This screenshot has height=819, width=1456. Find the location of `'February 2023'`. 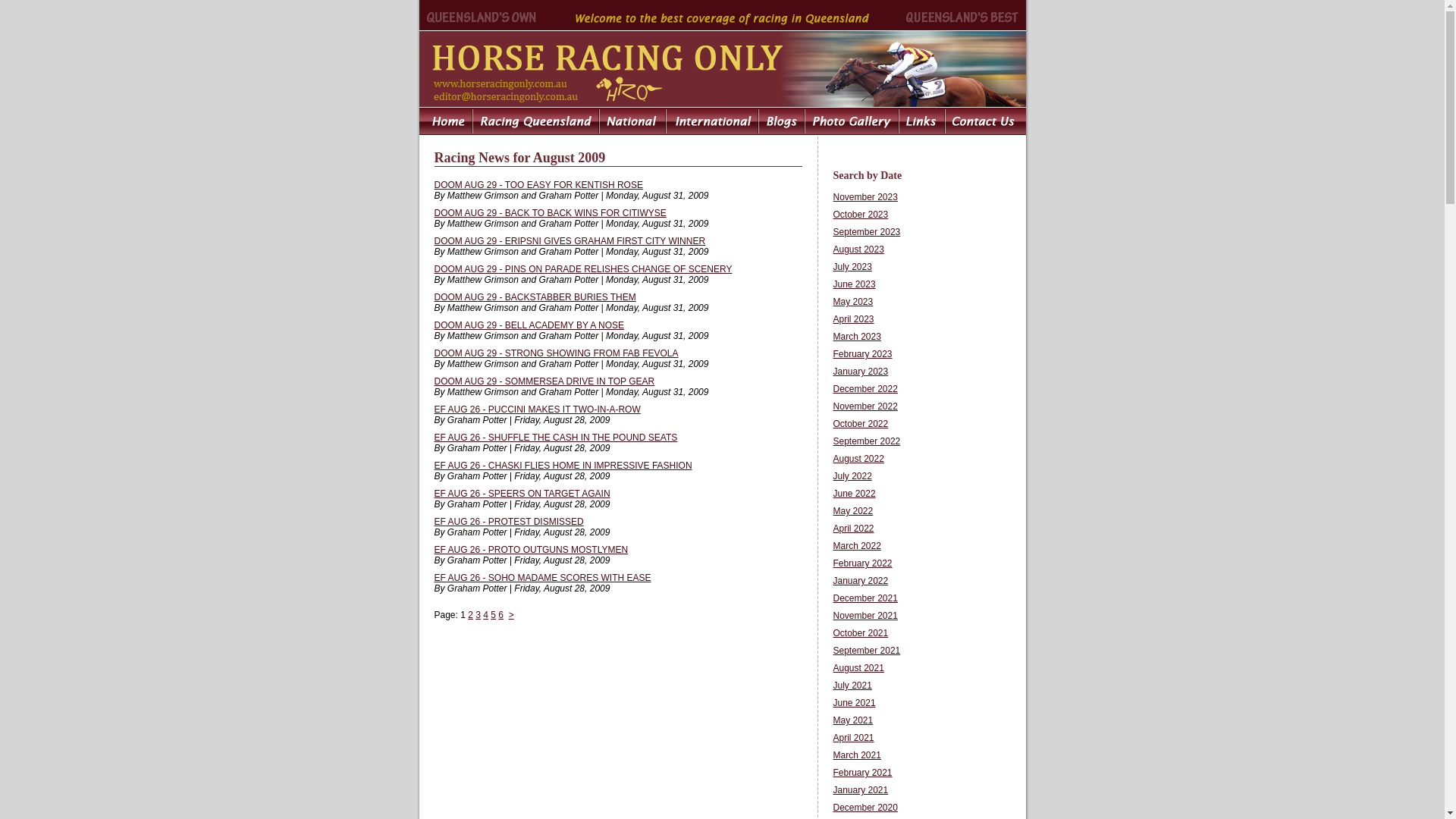

'February 2023' is located at coordinates (862, 353).